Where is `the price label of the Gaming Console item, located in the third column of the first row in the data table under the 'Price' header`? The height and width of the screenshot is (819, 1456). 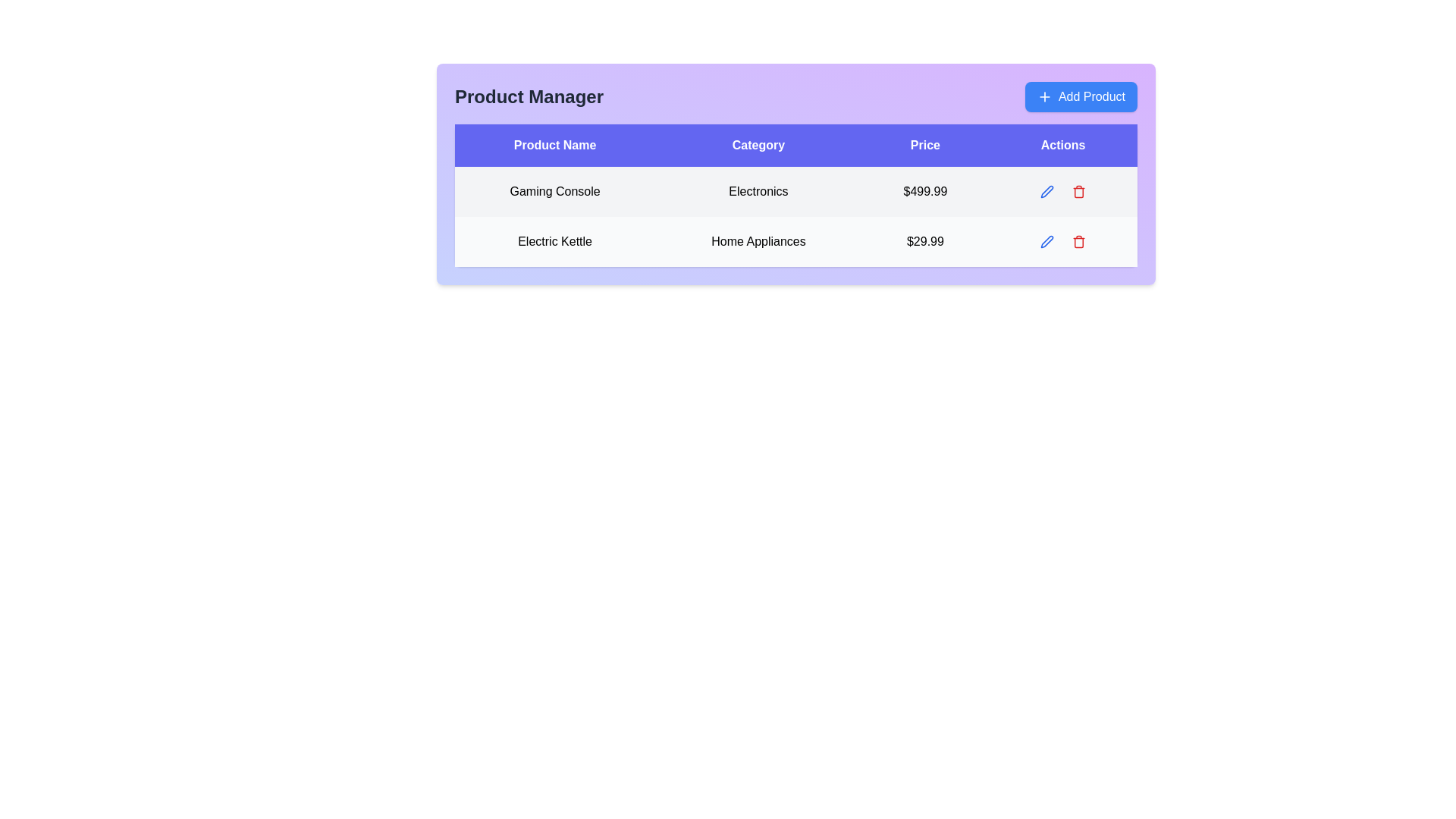 the price label of the Gaming Console item, located in the third column of the first row in the data table under the 'Price' header is located at coordinates (924, 191).